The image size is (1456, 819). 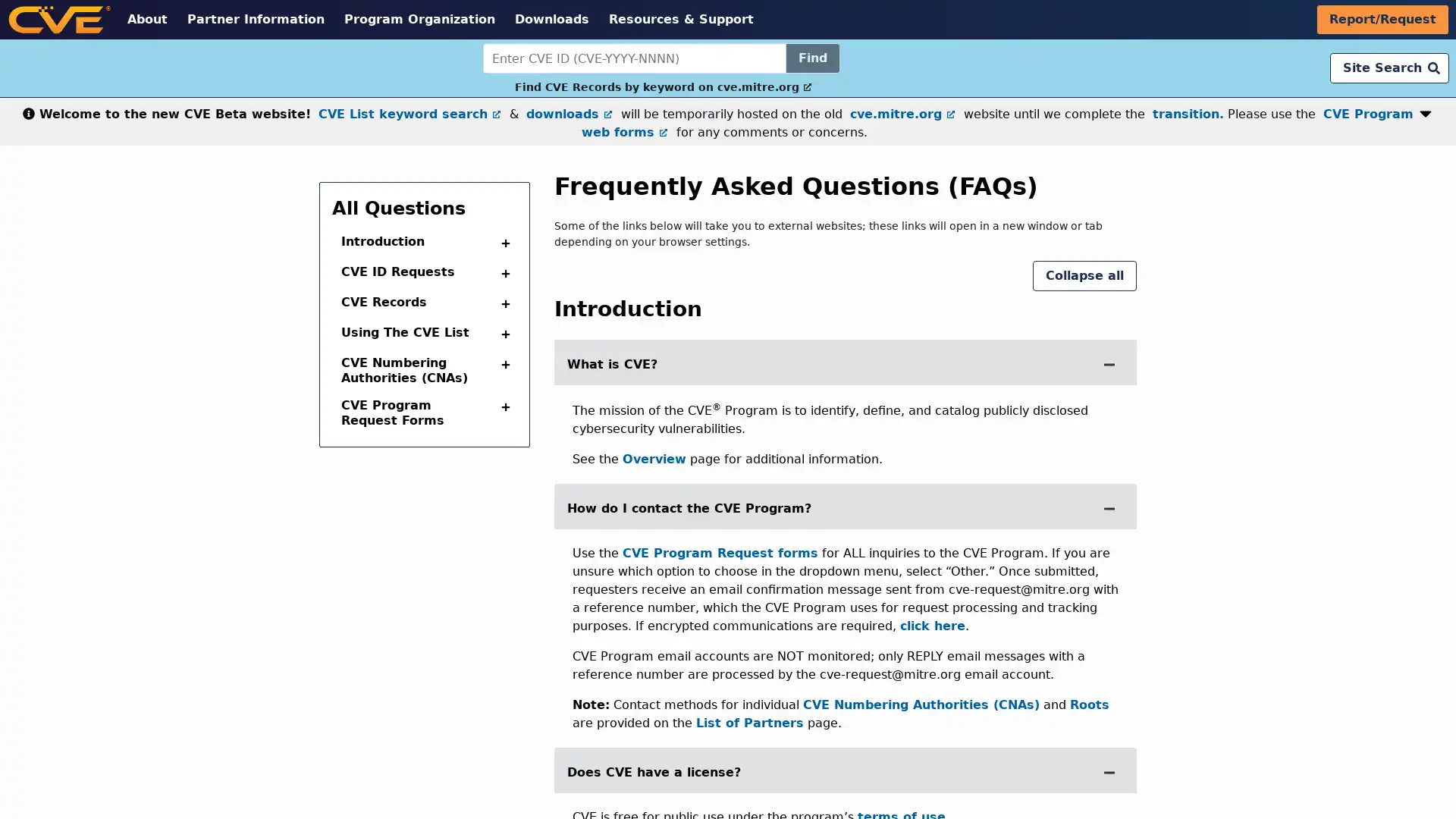 I want to click on expand, so click(x=1109, y=772).